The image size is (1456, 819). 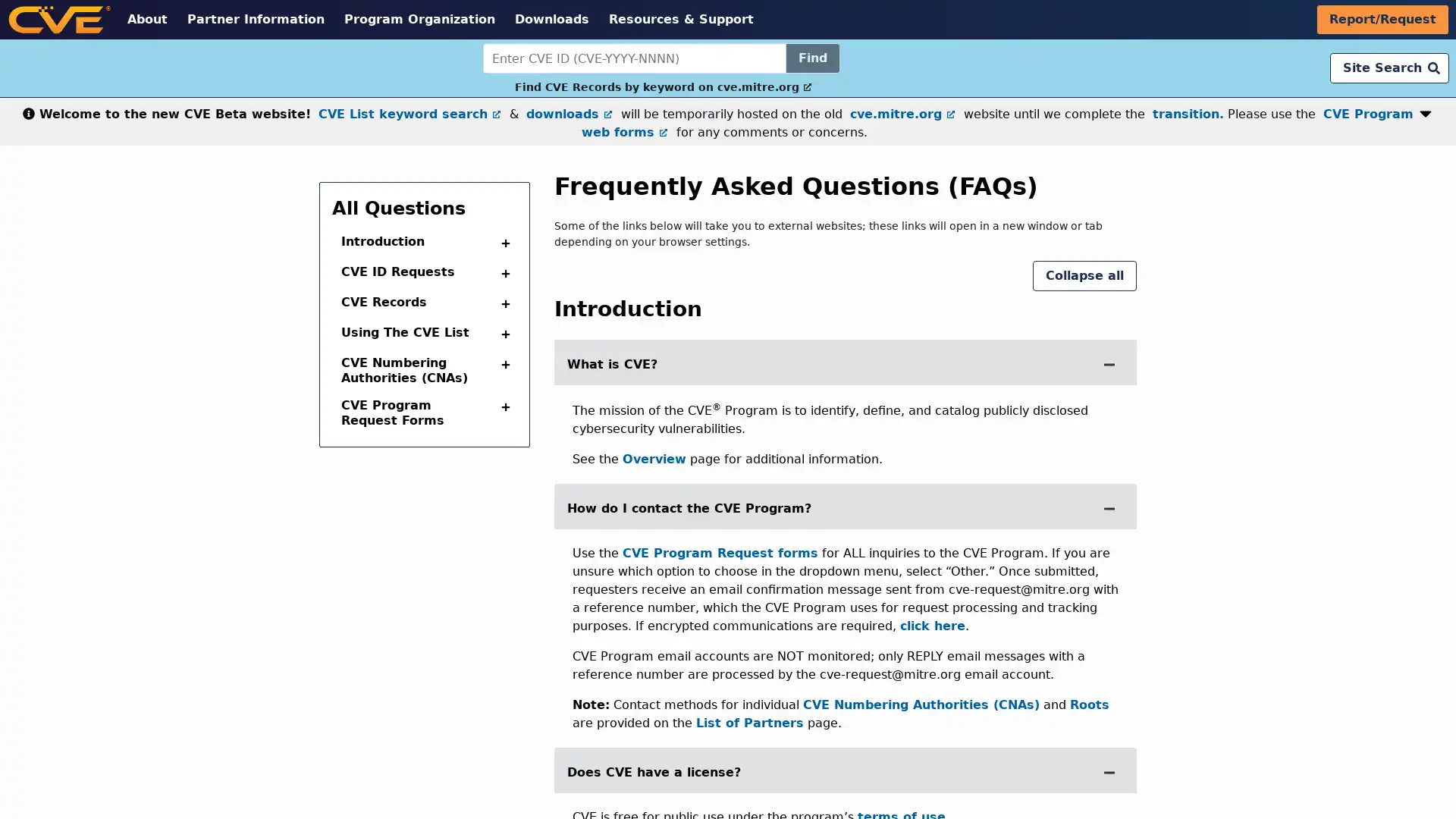 I want to click on expand, so click(x=1109, y=772).